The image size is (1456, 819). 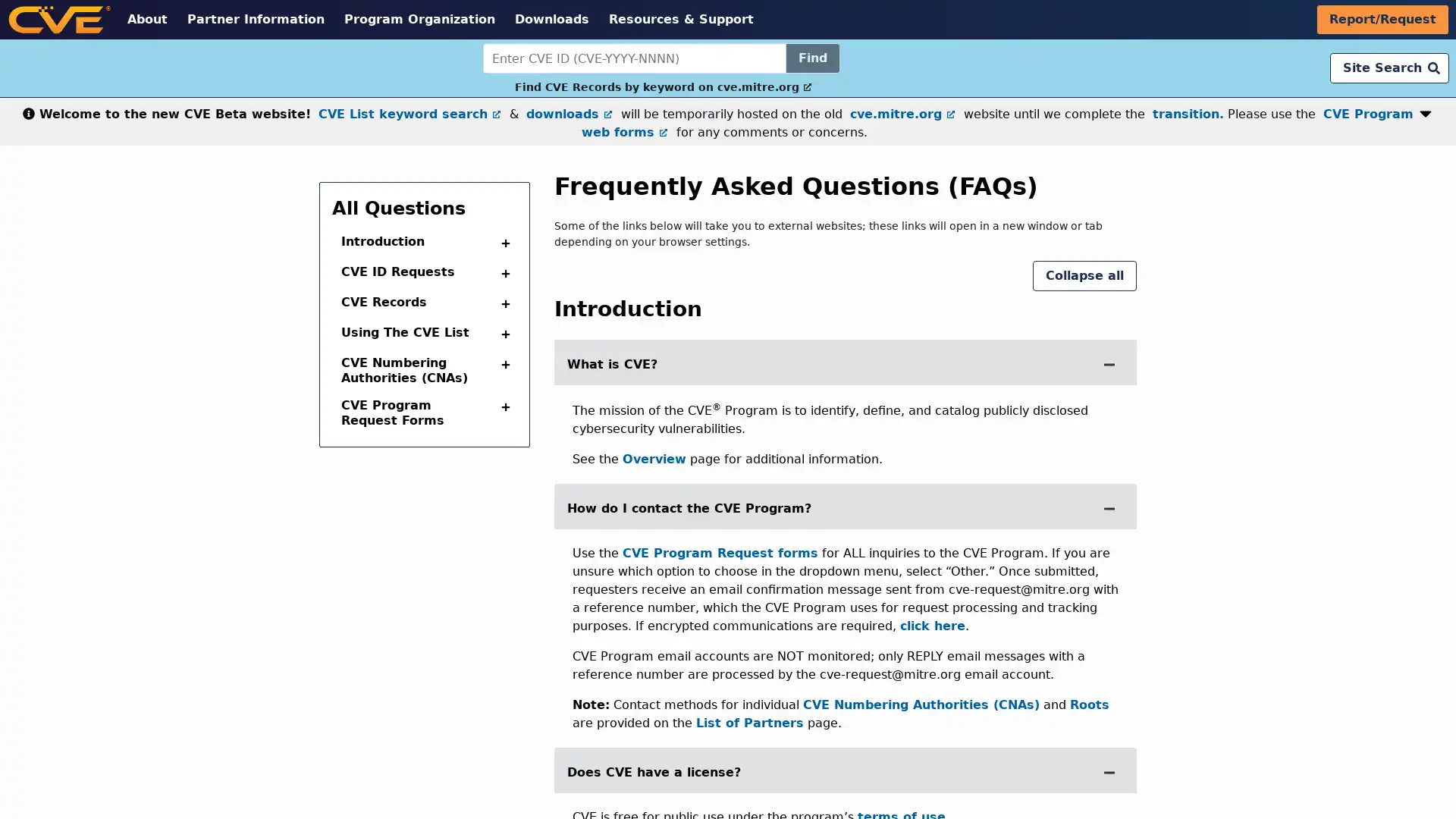 I want to click on expand, so click(x=1109, y=772).